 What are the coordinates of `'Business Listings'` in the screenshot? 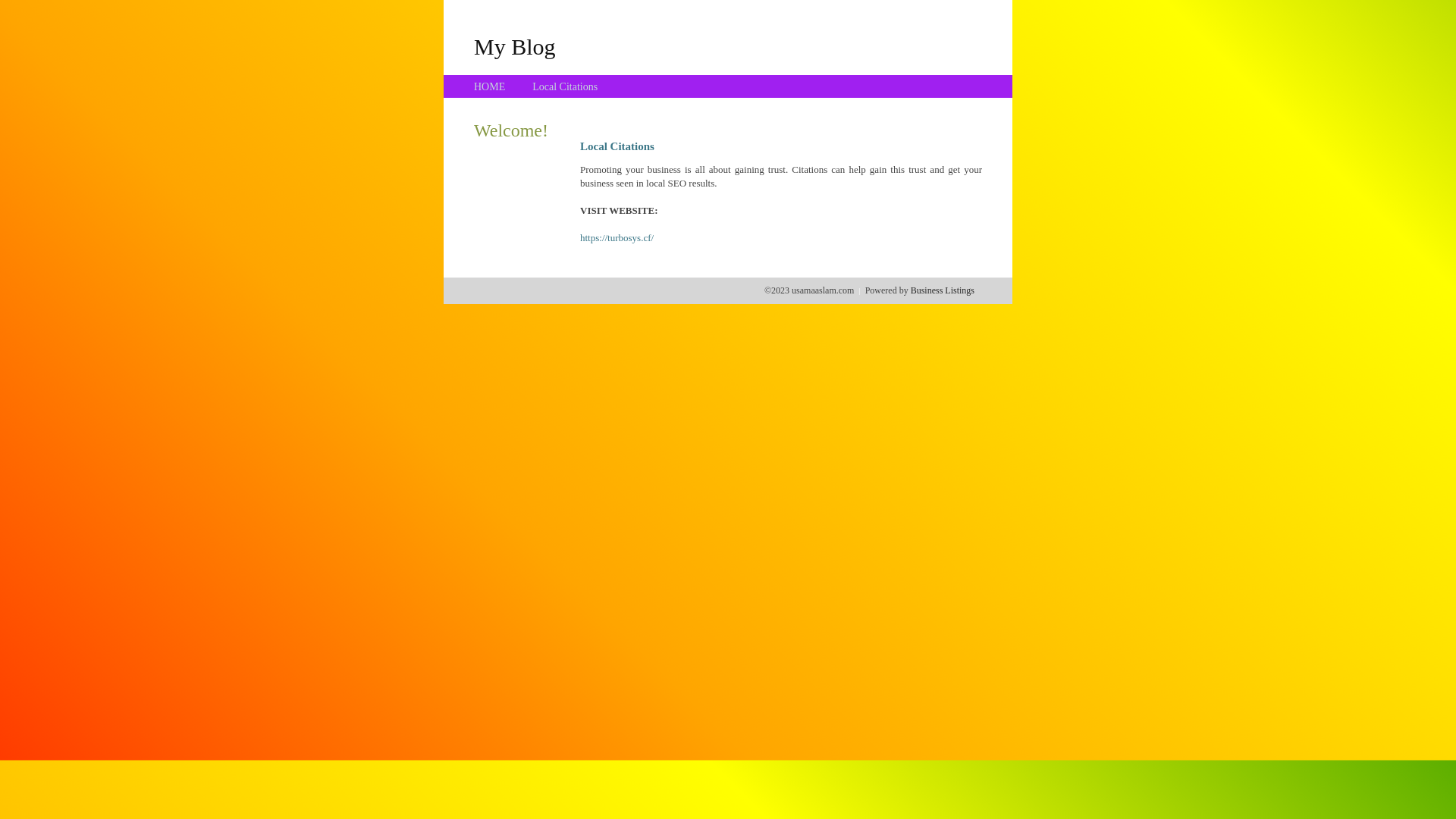 It's located at (942, 290).